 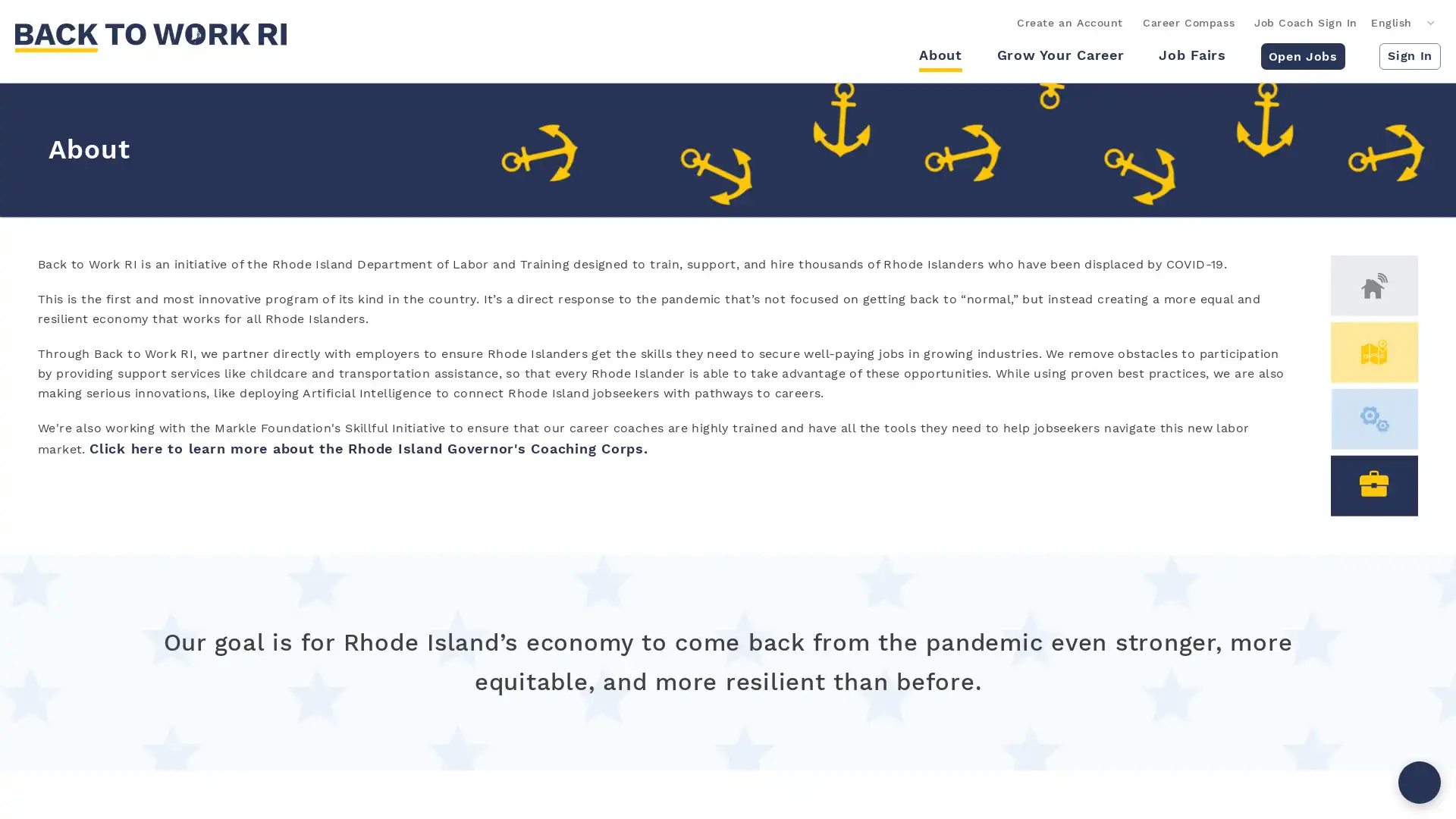 I want to click on Open Jobs, so click(x=1301, y=55).